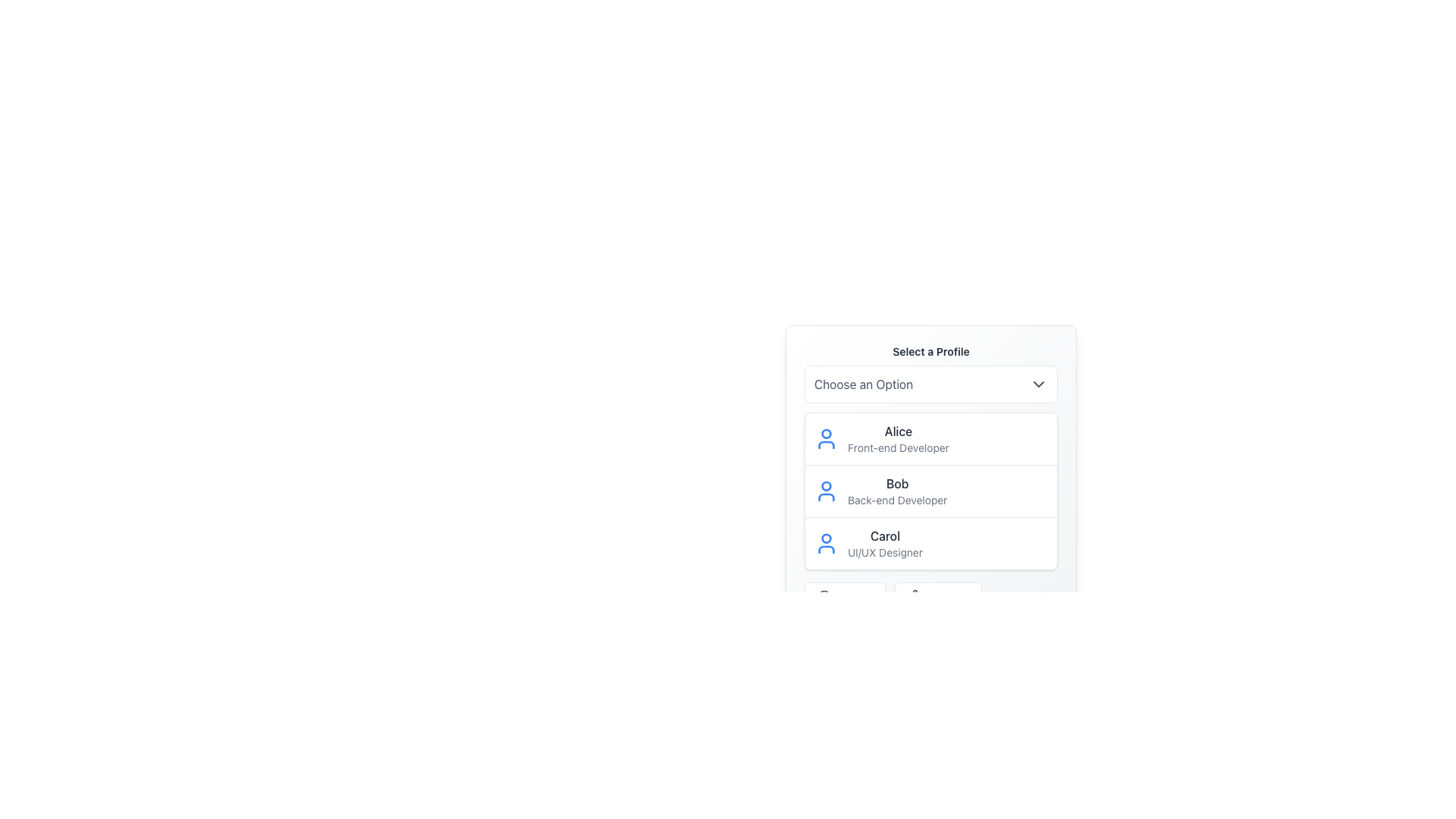  Describe the element at coordinates (825, 491) in the screenshot. I see `the user icon representing 'Bob', the Back-end Developer, located at the start of the list item, which is styled with a blue outline and consists of a circular head and a torso shape` at that location.